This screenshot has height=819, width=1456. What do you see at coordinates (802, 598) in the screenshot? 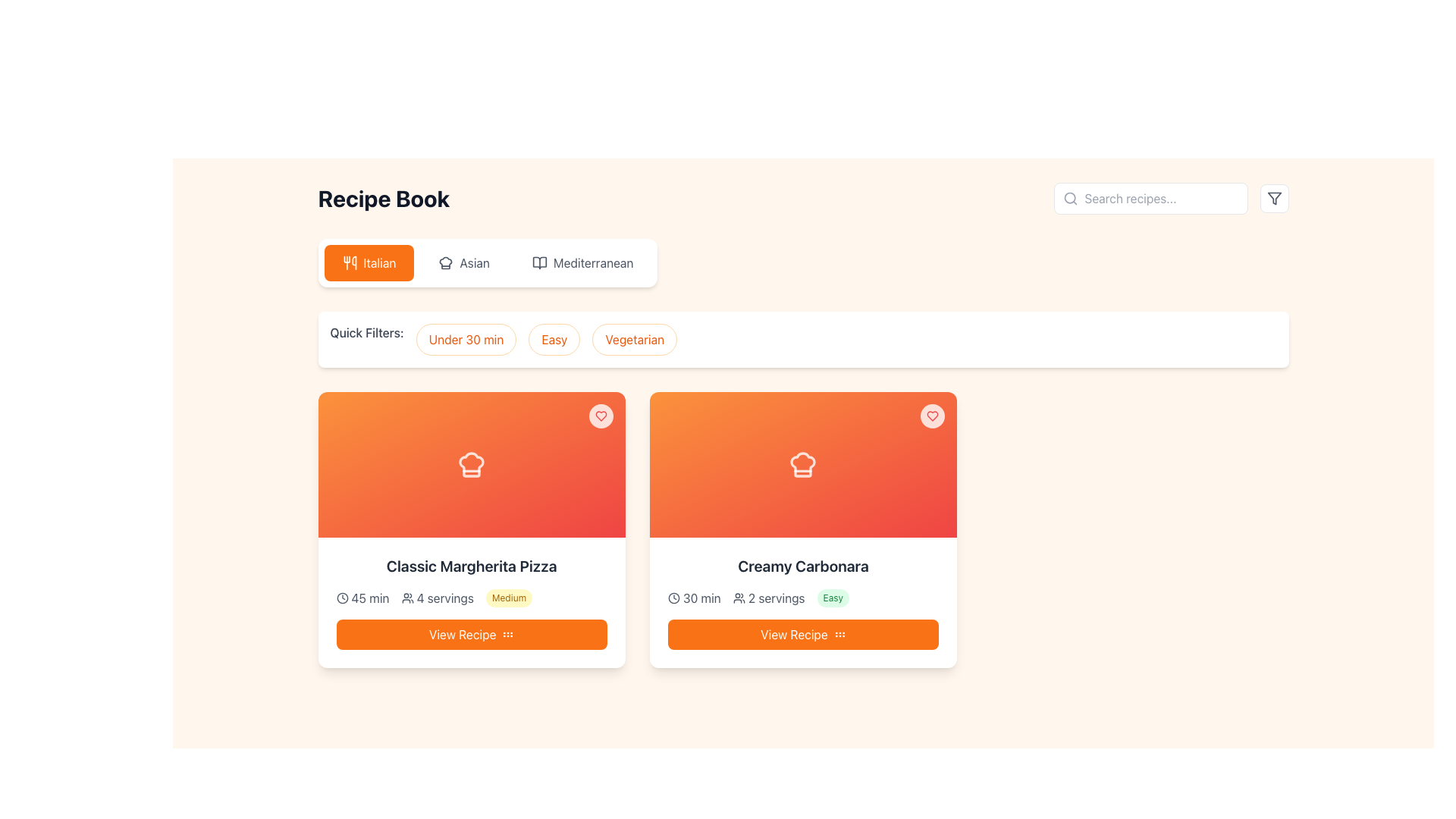
I see `the label group containing preparation time, servings, and difficulty level for the recipe 'Creamy Carbonara', located below the title and above the 'View Recipe' button` at bounding box center [802, 598].